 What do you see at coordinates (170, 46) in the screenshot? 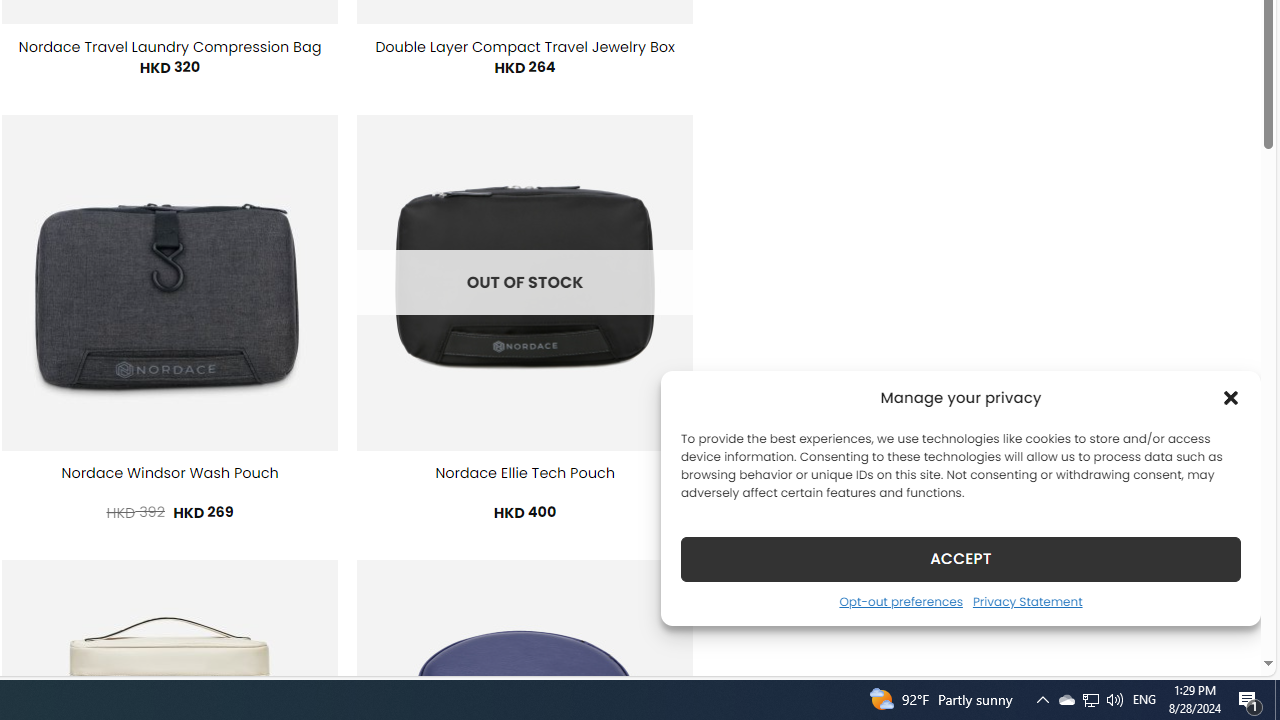
I see `'Nordace Travel Laundry Compression Bag'` at bounding box center [170, 46].